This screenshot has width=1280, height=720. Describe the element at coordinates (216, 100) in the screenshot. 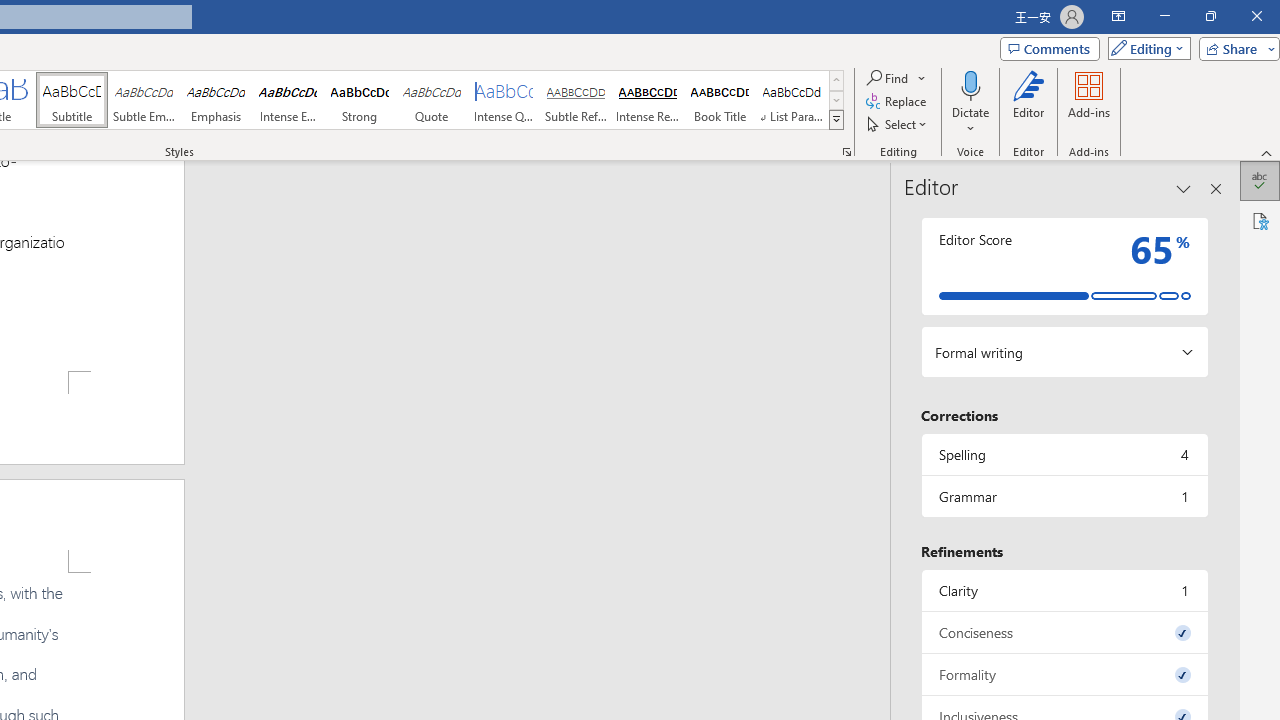

I see `'Emphasis'` at that location.